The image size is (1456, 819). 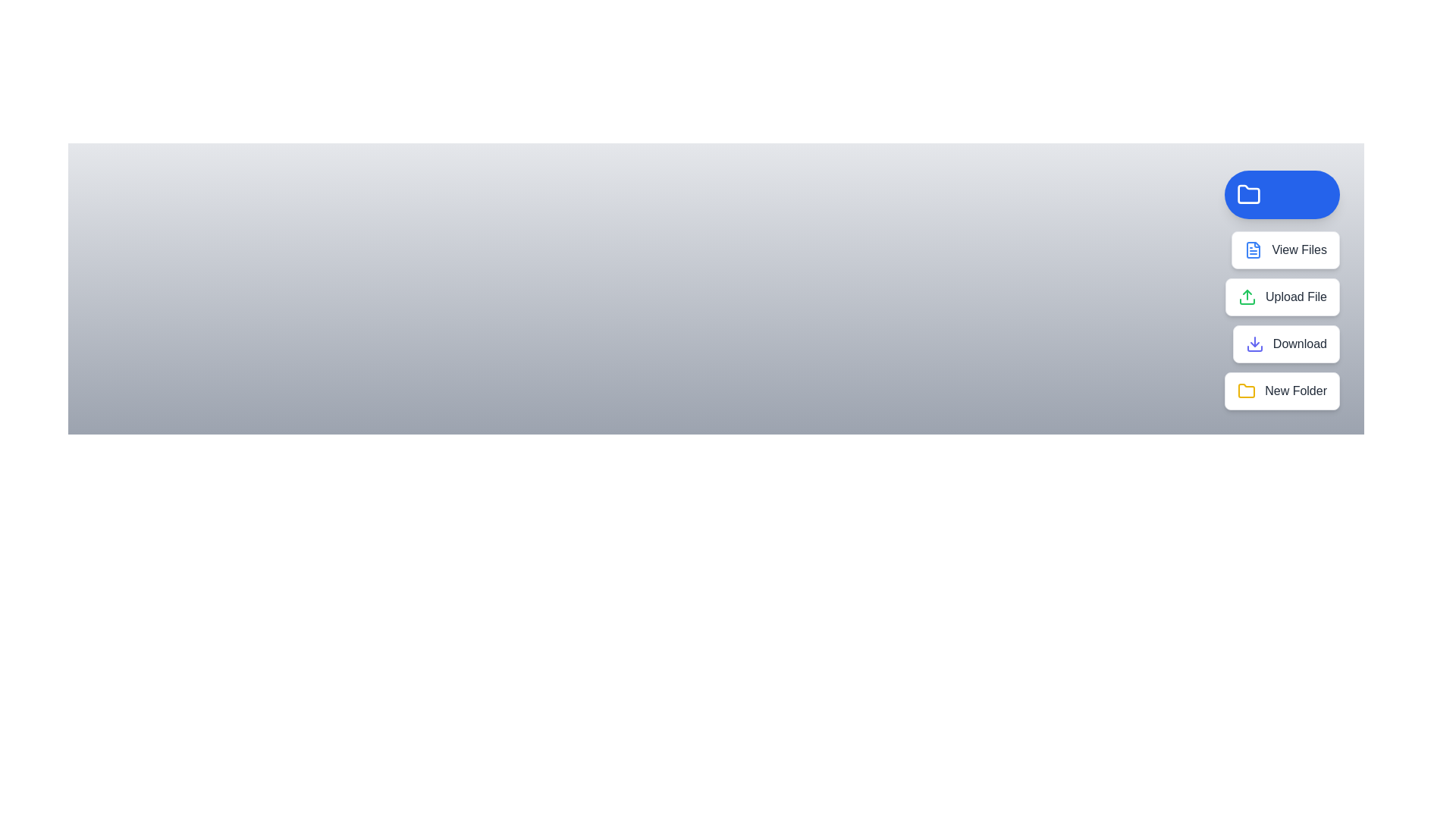 I want to click on the 'New Folder' button to create a new folder, so click(x=1281, y=391).